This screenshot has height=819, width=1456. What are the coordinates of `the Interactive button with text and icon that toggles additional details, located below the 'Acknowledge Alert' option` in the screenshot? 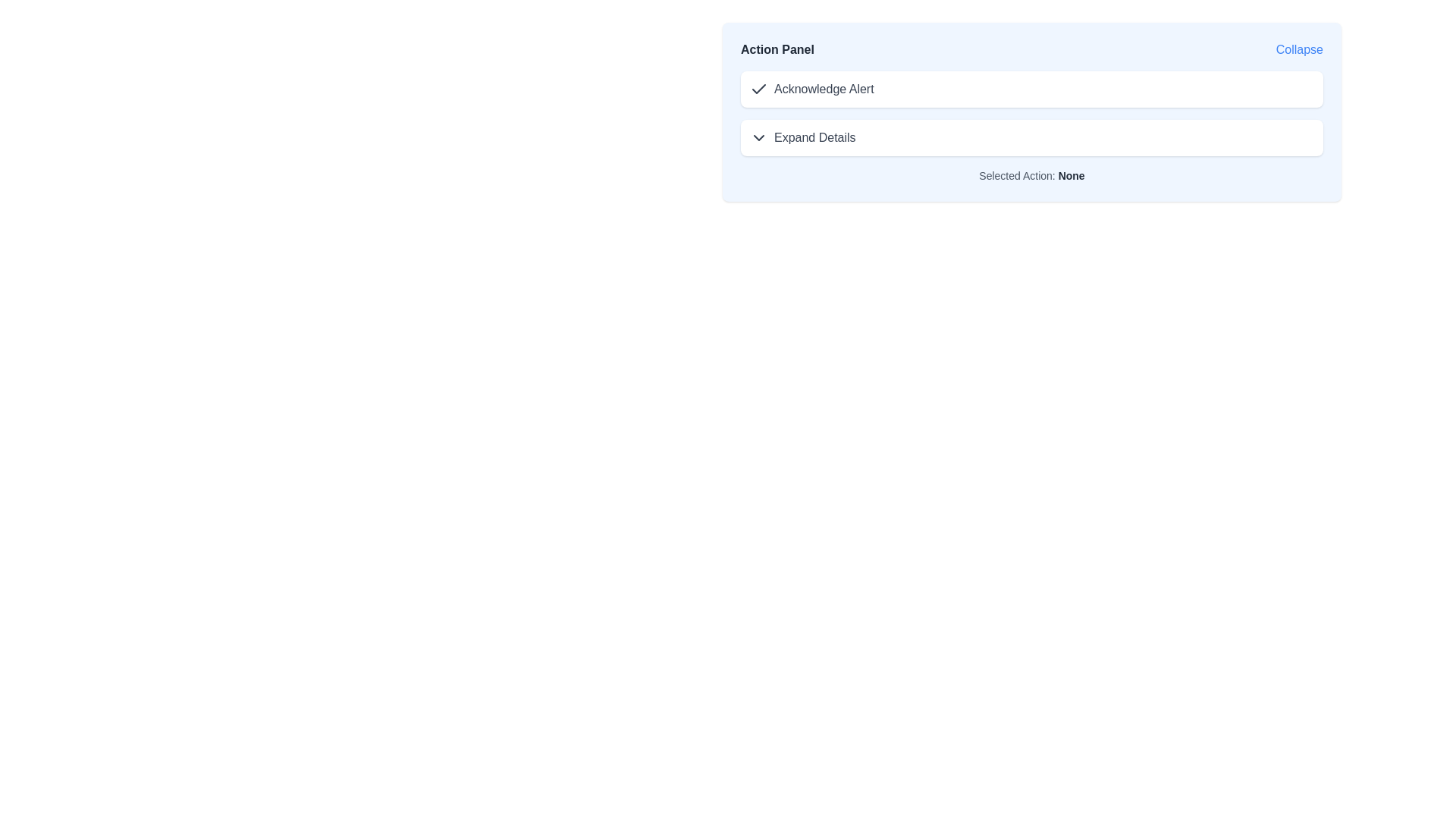 It's located at (802, 137).